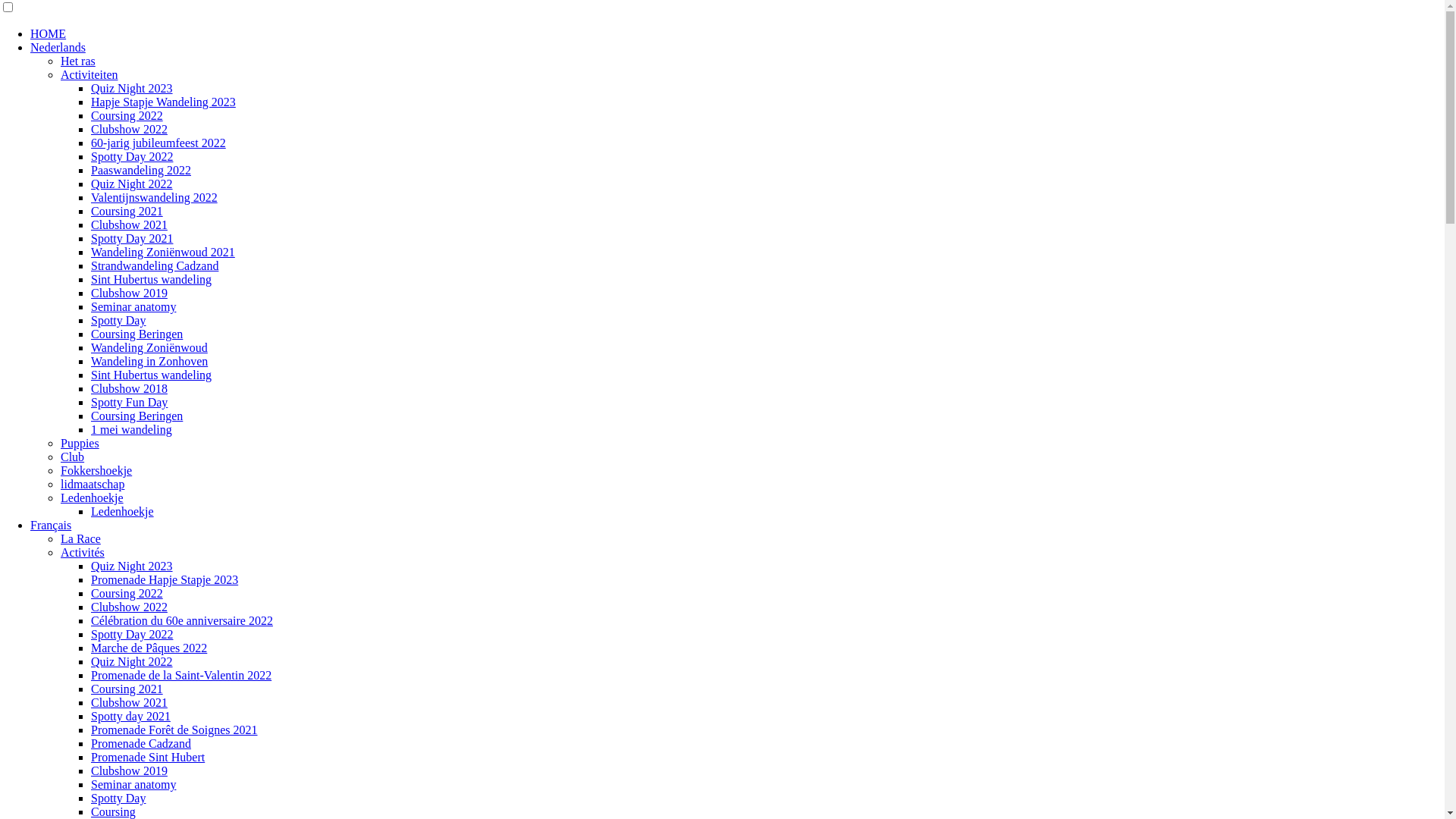  I want to click on 'Quiz Night 2023', so click(131, 88).